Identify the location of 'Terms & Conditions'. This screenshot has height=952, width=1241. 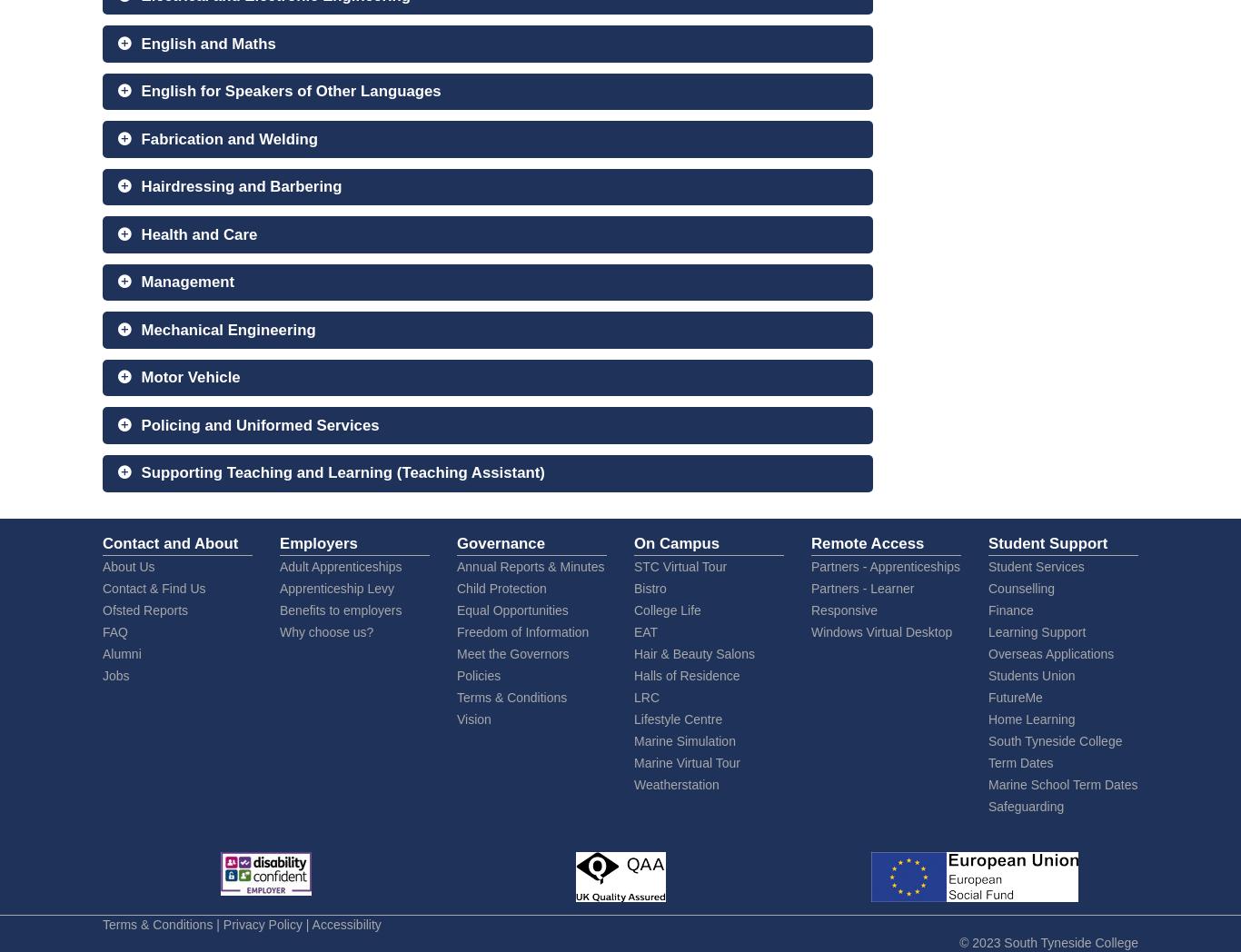
(156, 923).